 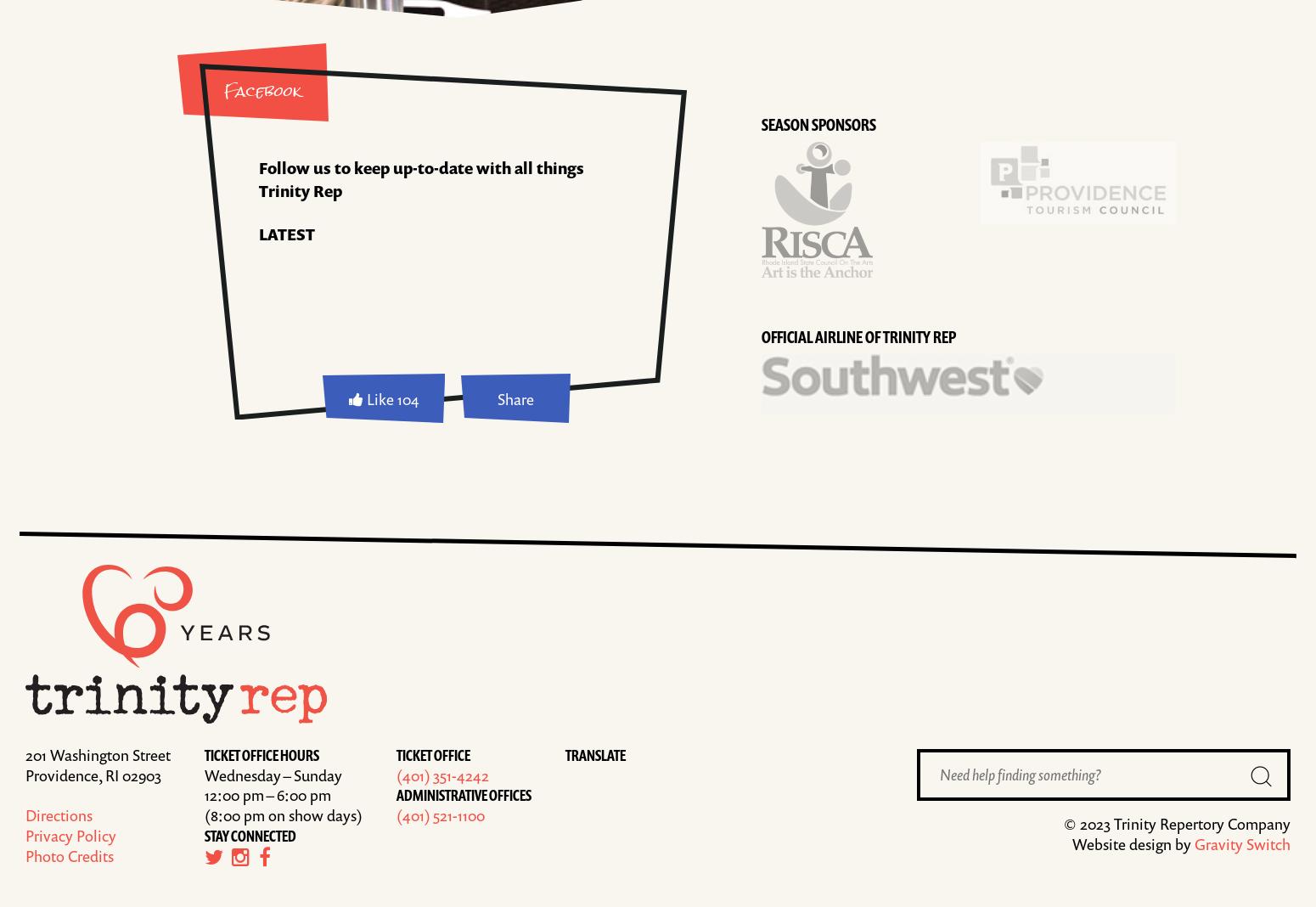 What do you see at coordinates (515, 397) in the screenshot?
I see `'Share'` at bounding box center [515, 397].